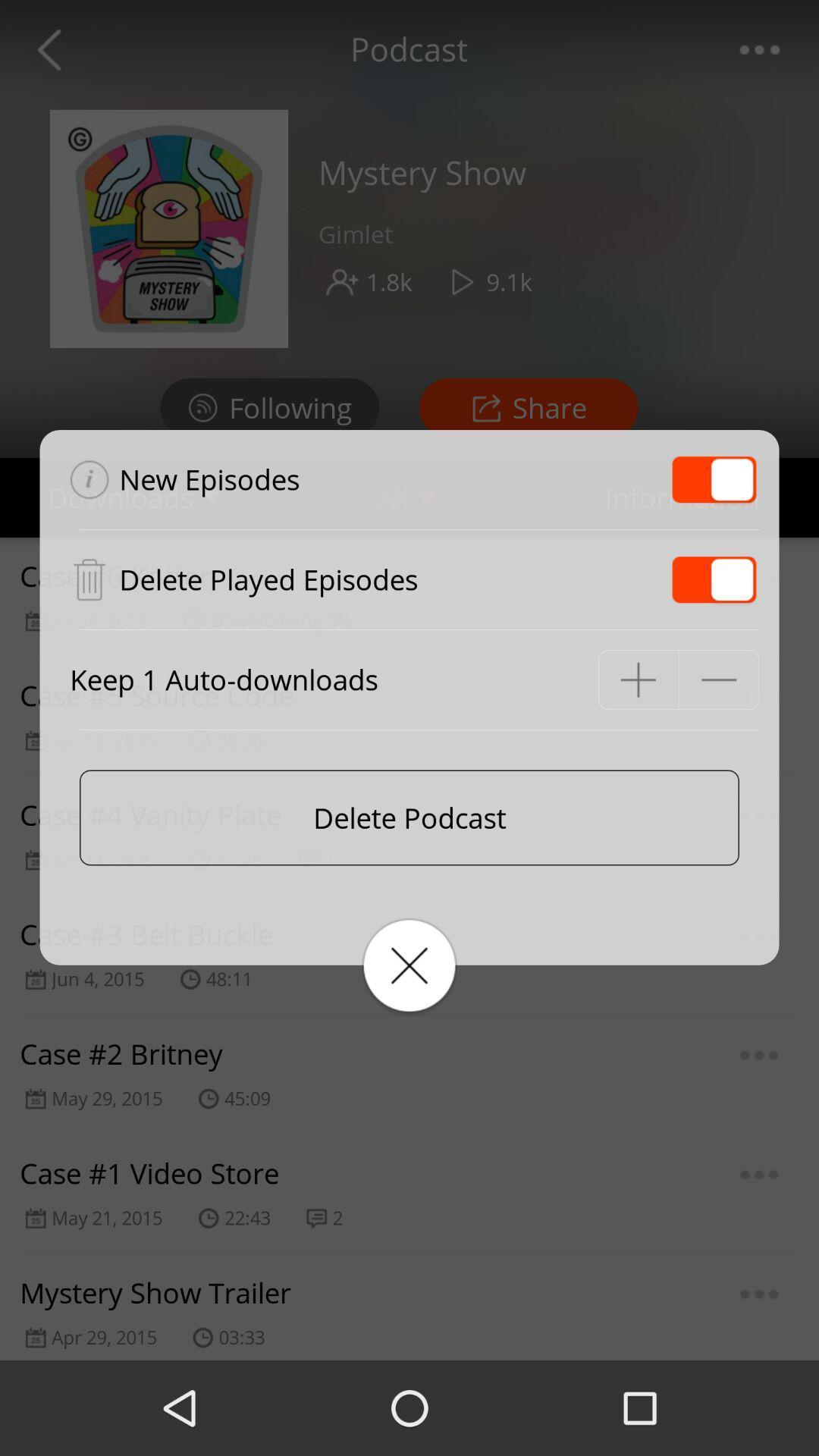 The height and width of the screenshot is (1456, 819). What do you see at coordinates (409, 817) in the screenshot?
I see `the delete podcast item` at bounding box center [409, 817].